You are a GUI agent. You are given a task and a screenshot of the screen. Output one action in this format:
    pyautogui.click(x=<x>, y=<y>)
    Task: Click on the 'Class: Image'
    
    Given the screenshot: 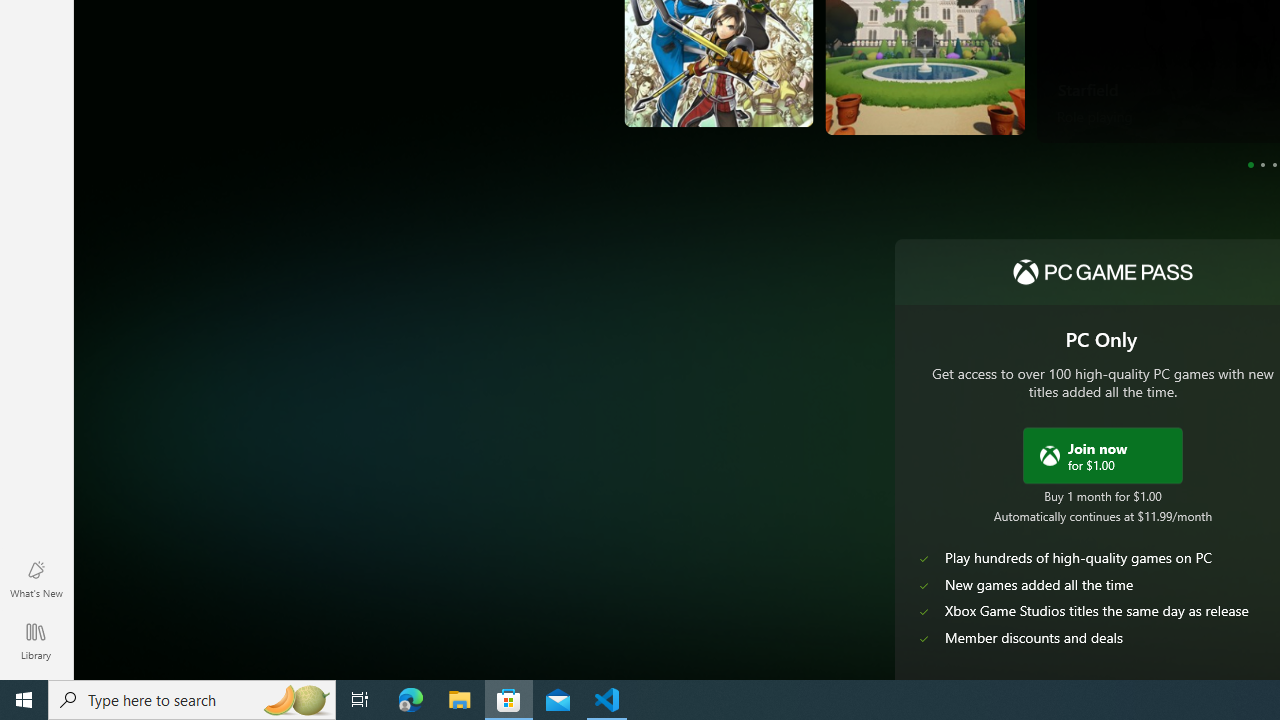 What is the action you would take?
    pyautogui.click(x=1048, y=455)
    